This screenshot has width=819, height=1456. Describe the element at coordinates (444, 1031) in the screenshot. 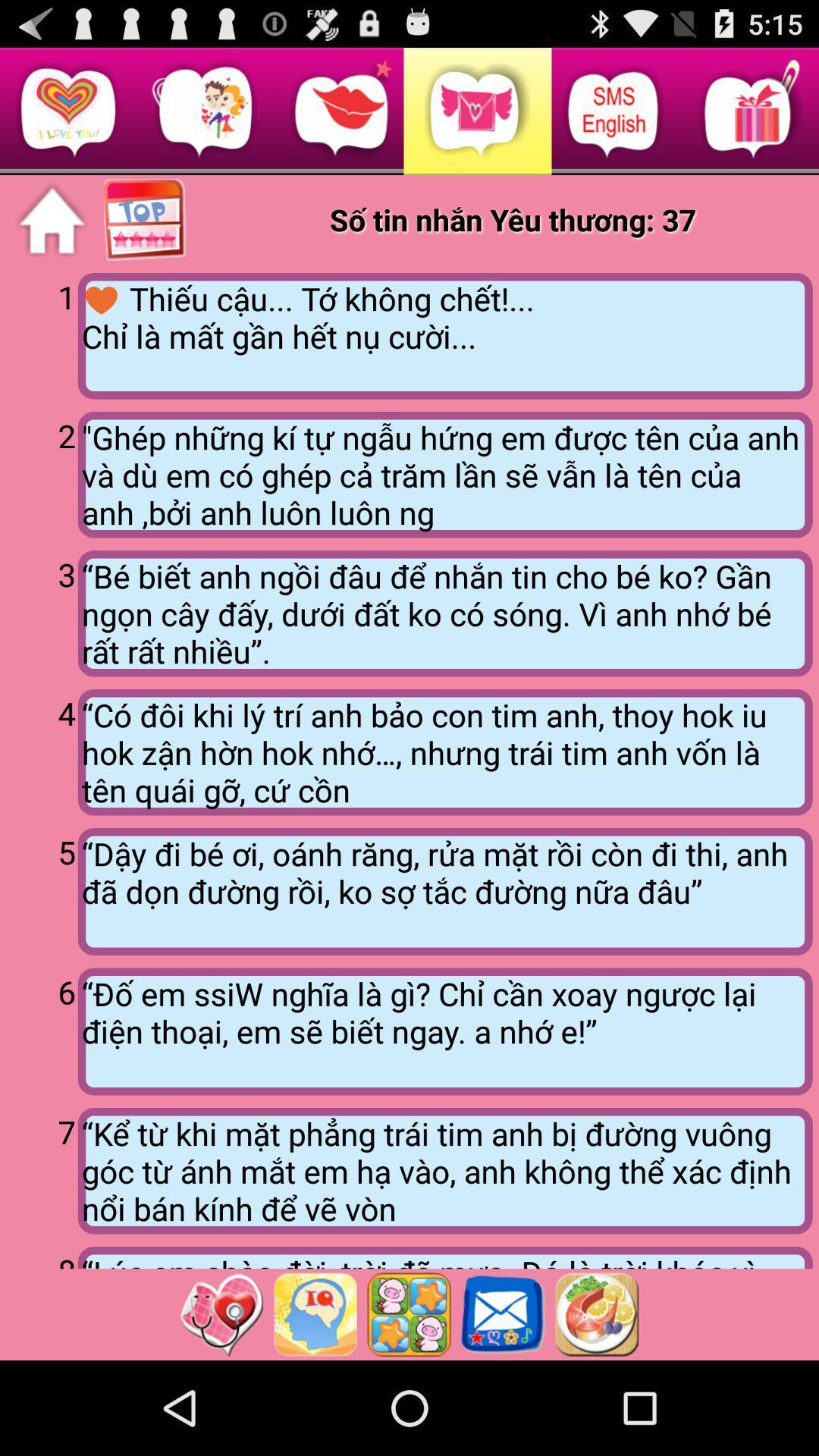

I see `the icon next to 6 app` at that location.